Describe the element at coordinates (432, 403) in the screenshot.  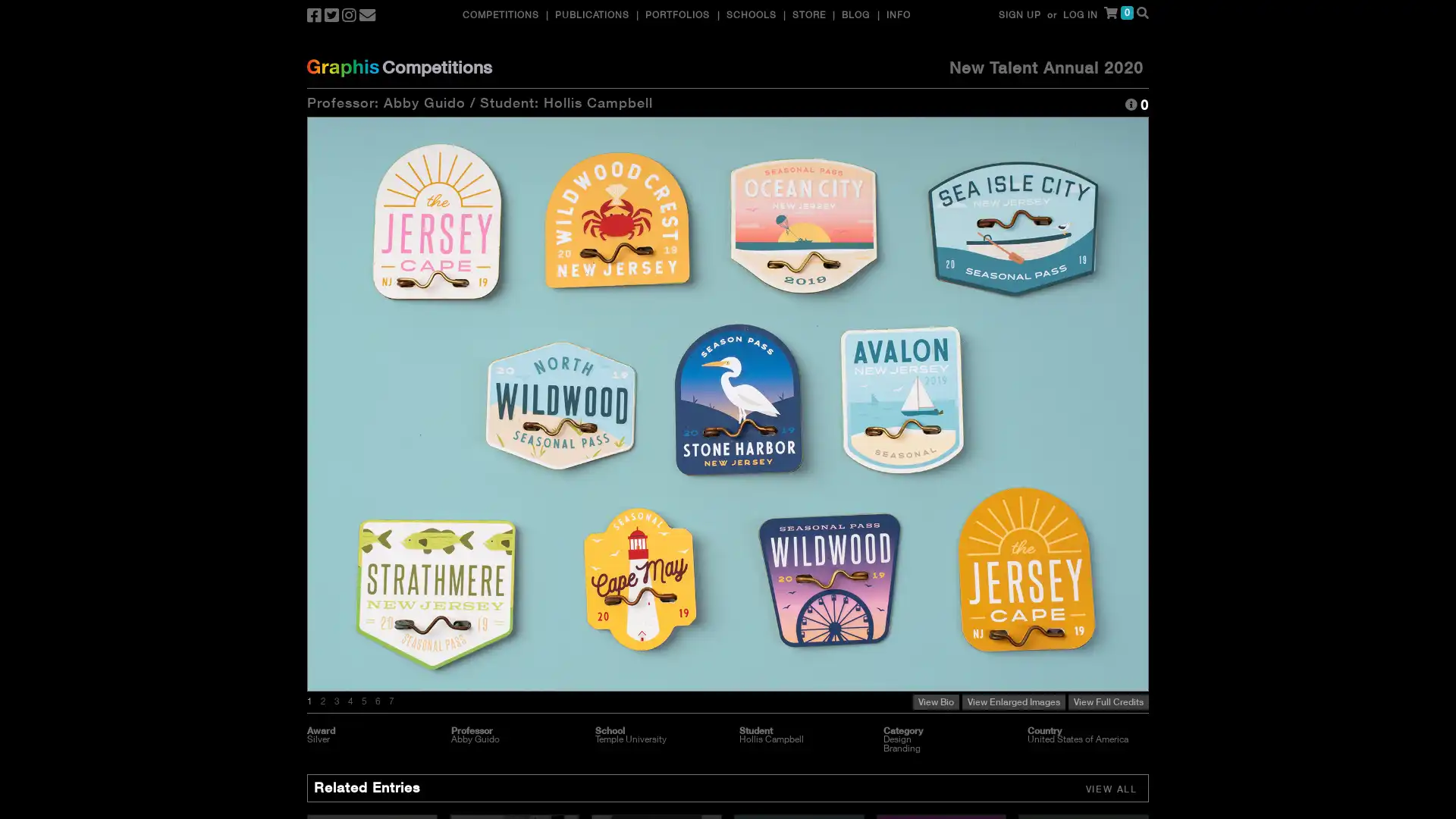
I see `Previous` at that location.